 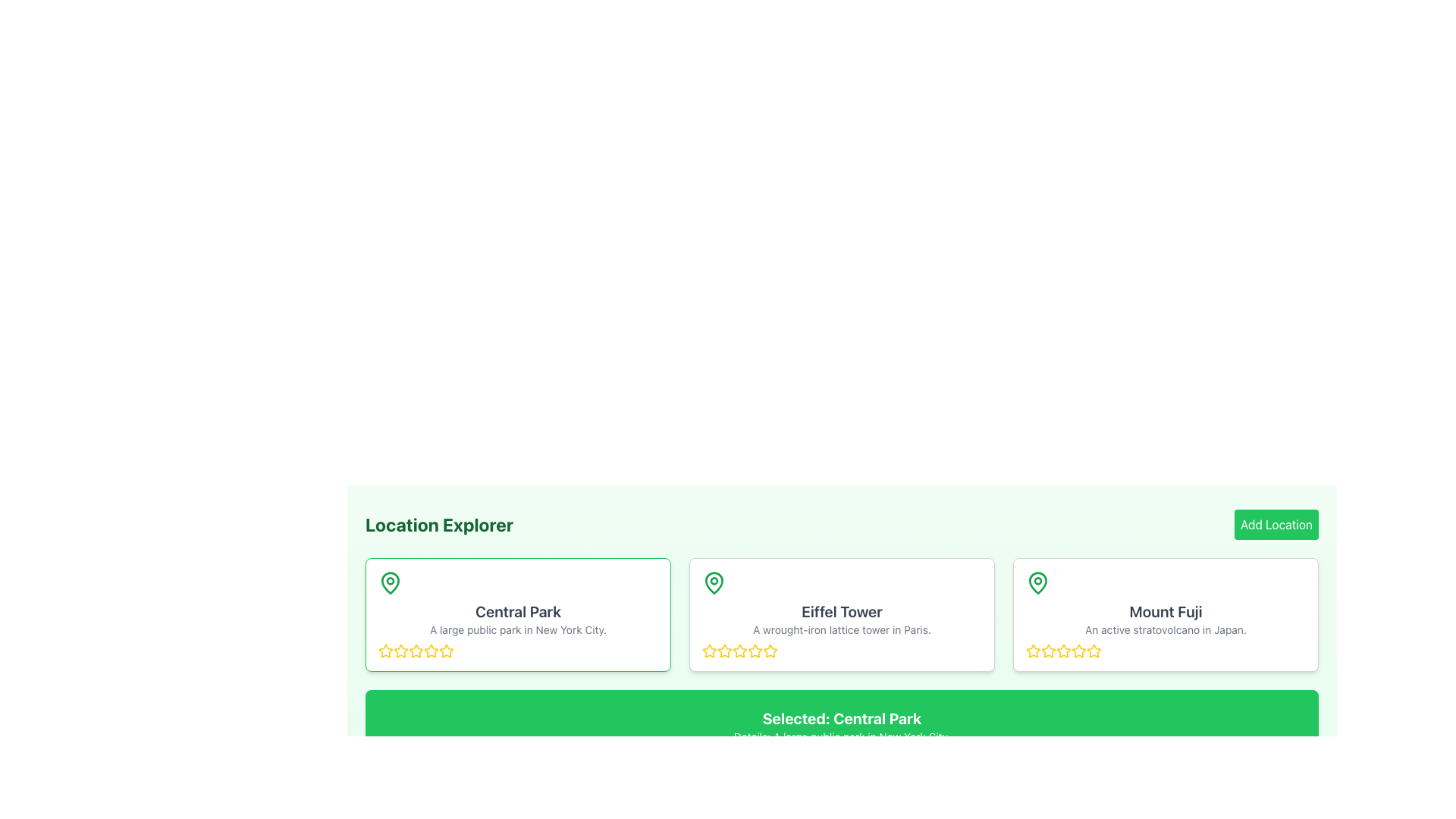 What do you see at coordinates (739, 650) in the screenshot?
I see `the third star in the five-star rating system located under the 'Eiffel Tower' card in the 'Location Explorer' interface` at bounding box center [739, 650].